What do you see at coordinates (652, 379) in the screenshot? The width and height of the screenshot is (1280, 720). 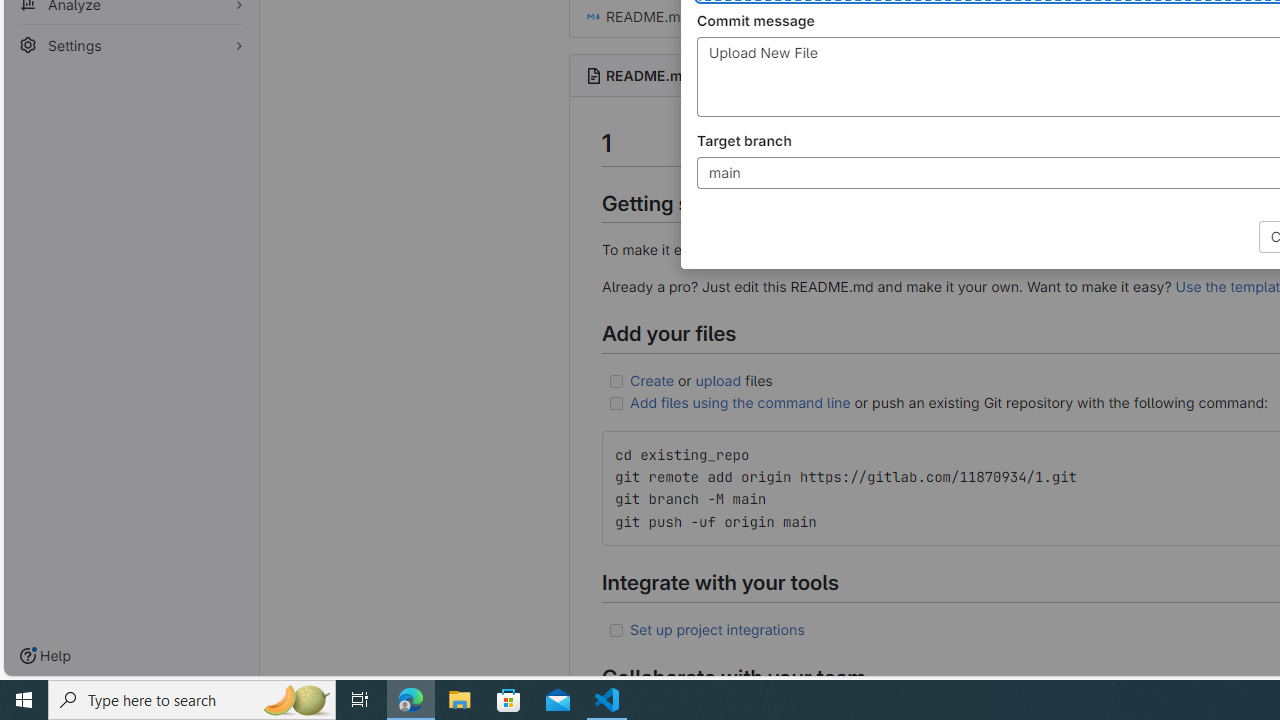 I see `'Create'` at bounding box center [652, 379].